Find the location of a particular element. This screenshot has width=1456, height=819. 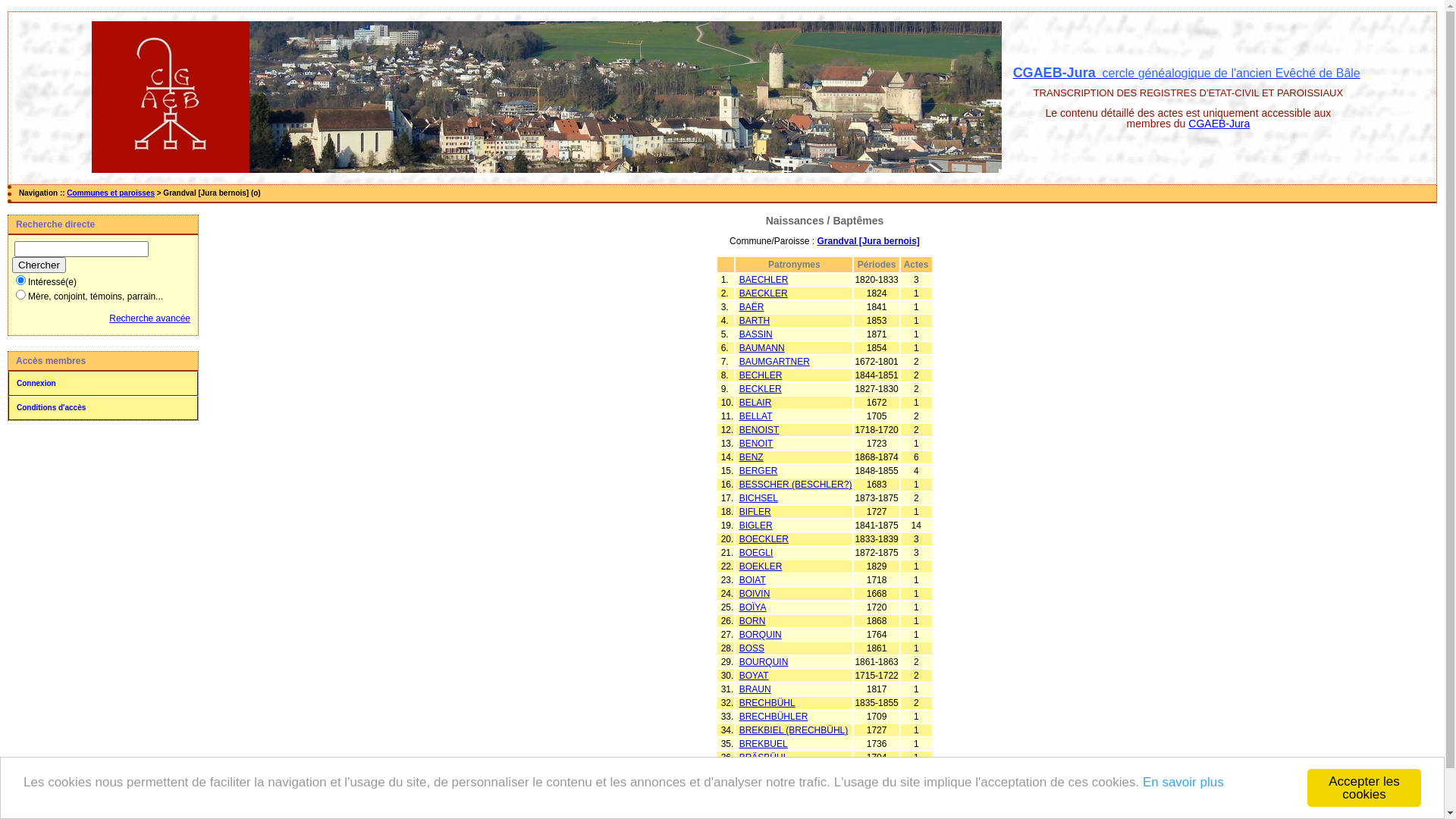

'BOYAT' is located at coordinates (739, 675).